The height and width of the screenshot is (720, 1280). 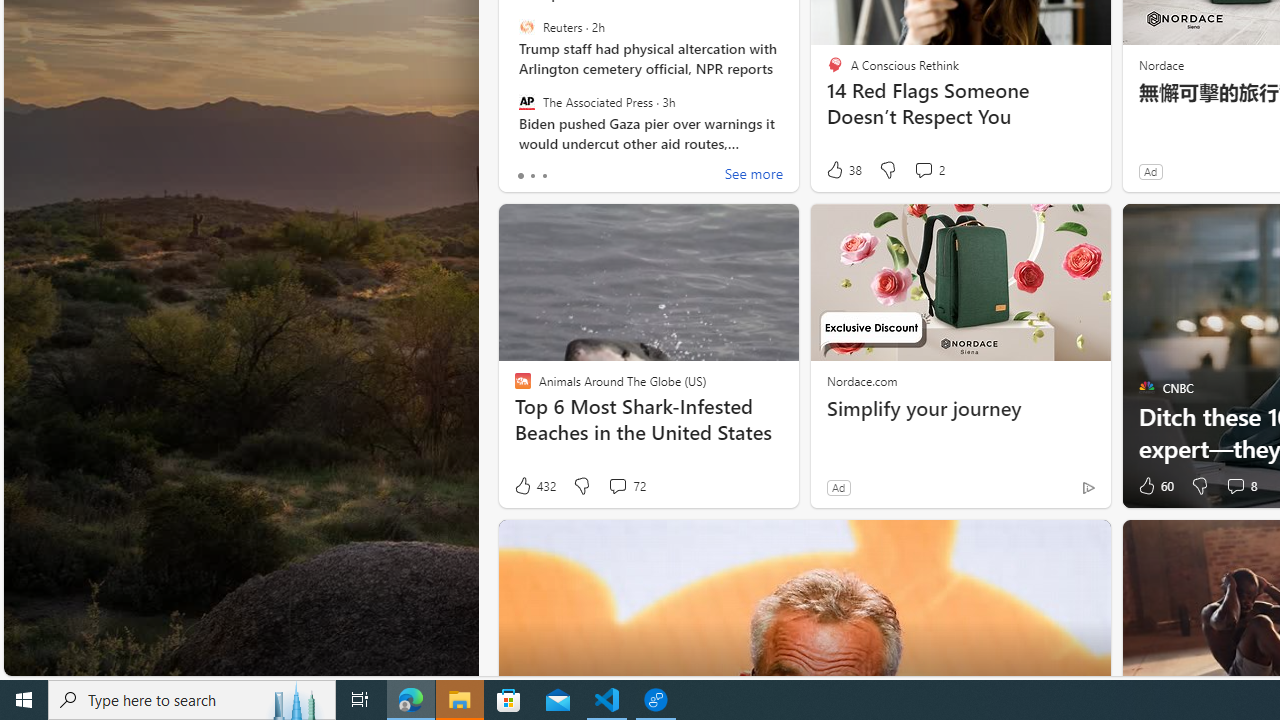 What do you see at coordinates (526, 27) in the screenshot?
I see `'Reuters'` at bounding box center [526, 27].